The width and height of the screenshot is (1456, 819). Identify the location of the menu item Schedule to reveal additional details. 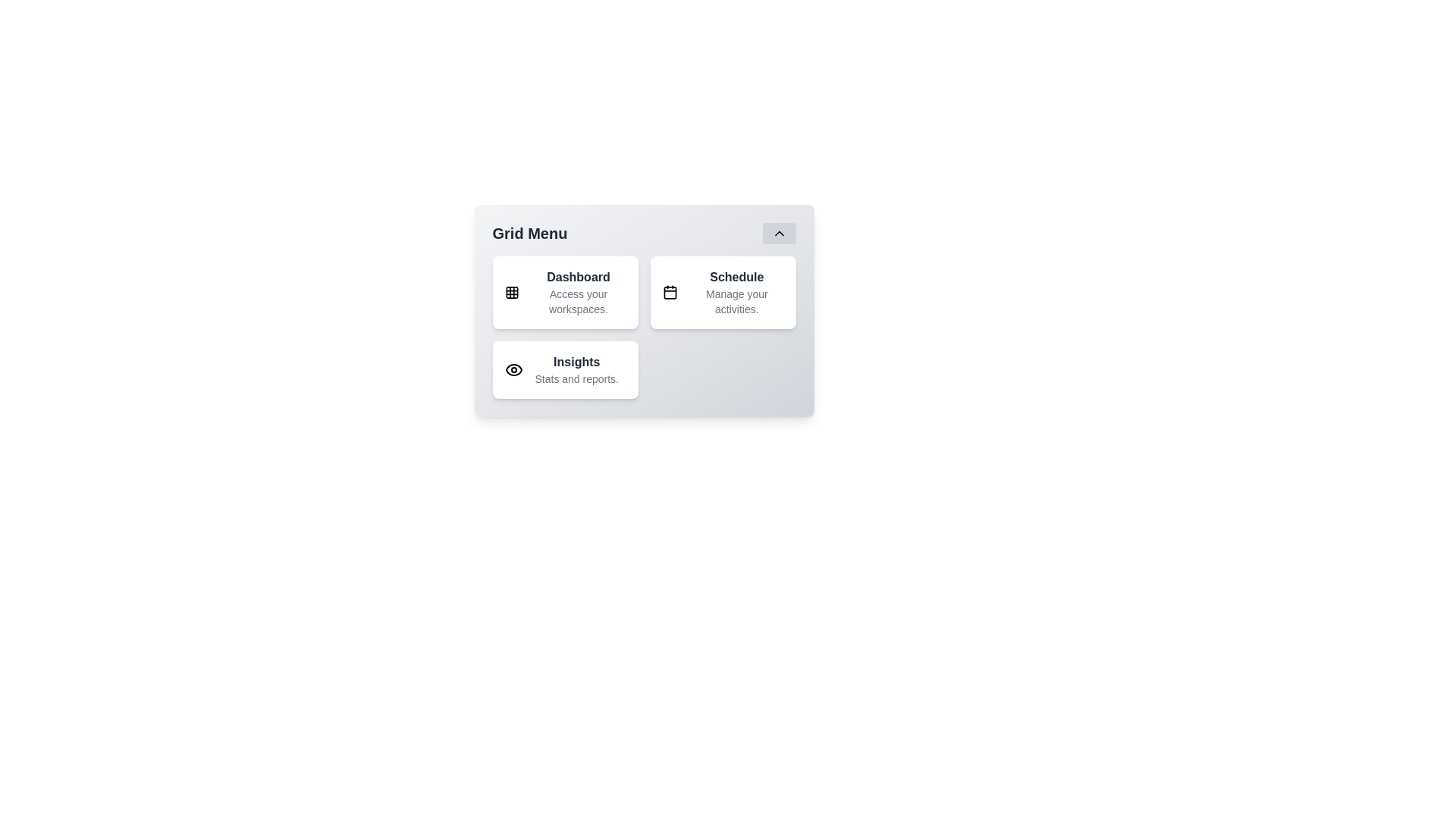
(722, 292).